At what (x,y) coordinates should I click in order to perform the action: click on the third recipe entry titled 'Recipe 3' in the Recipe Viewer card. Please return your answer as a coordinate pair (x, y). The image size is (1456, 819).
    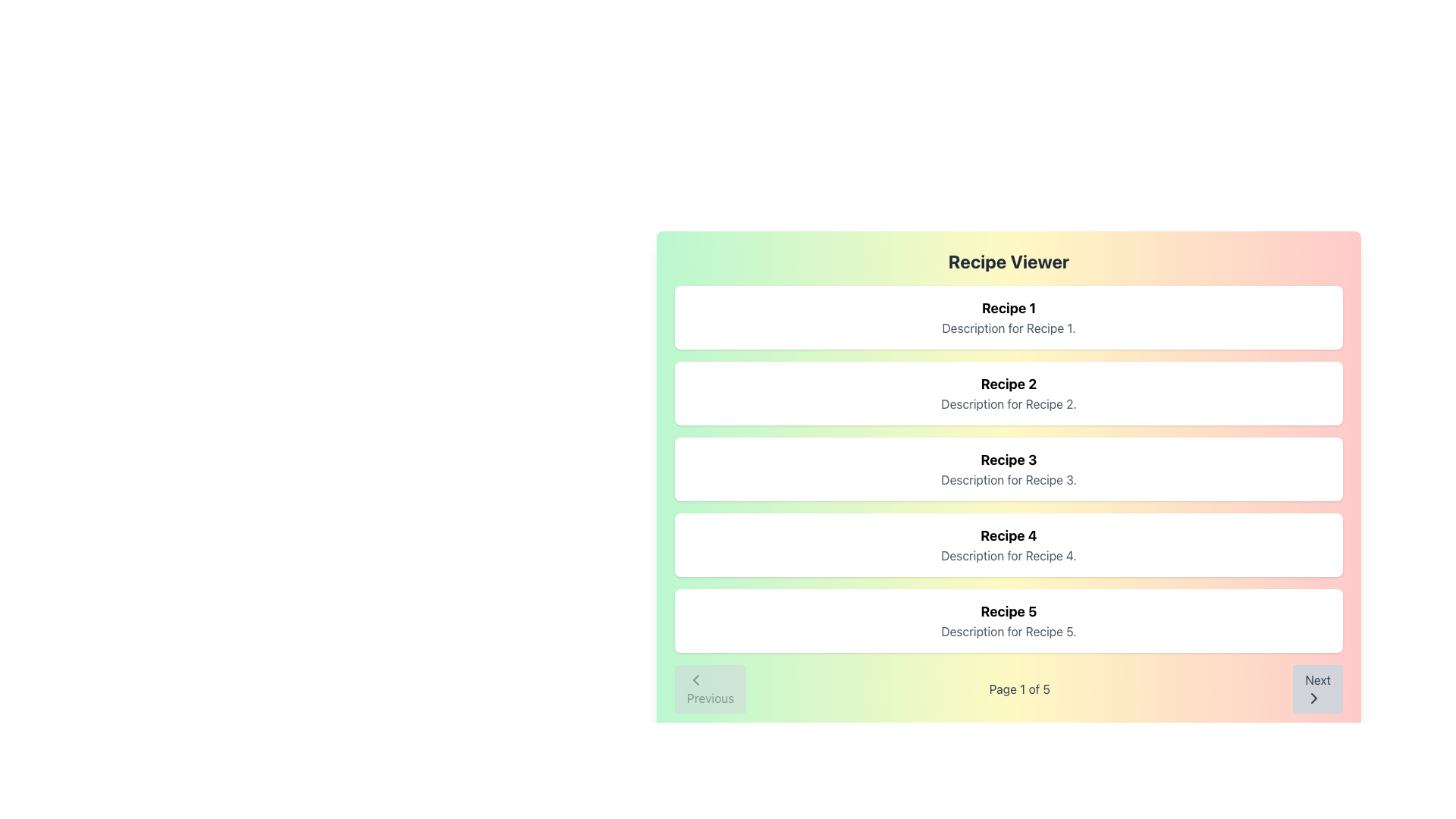
    Looking at the image, I should click on (1009, 468).